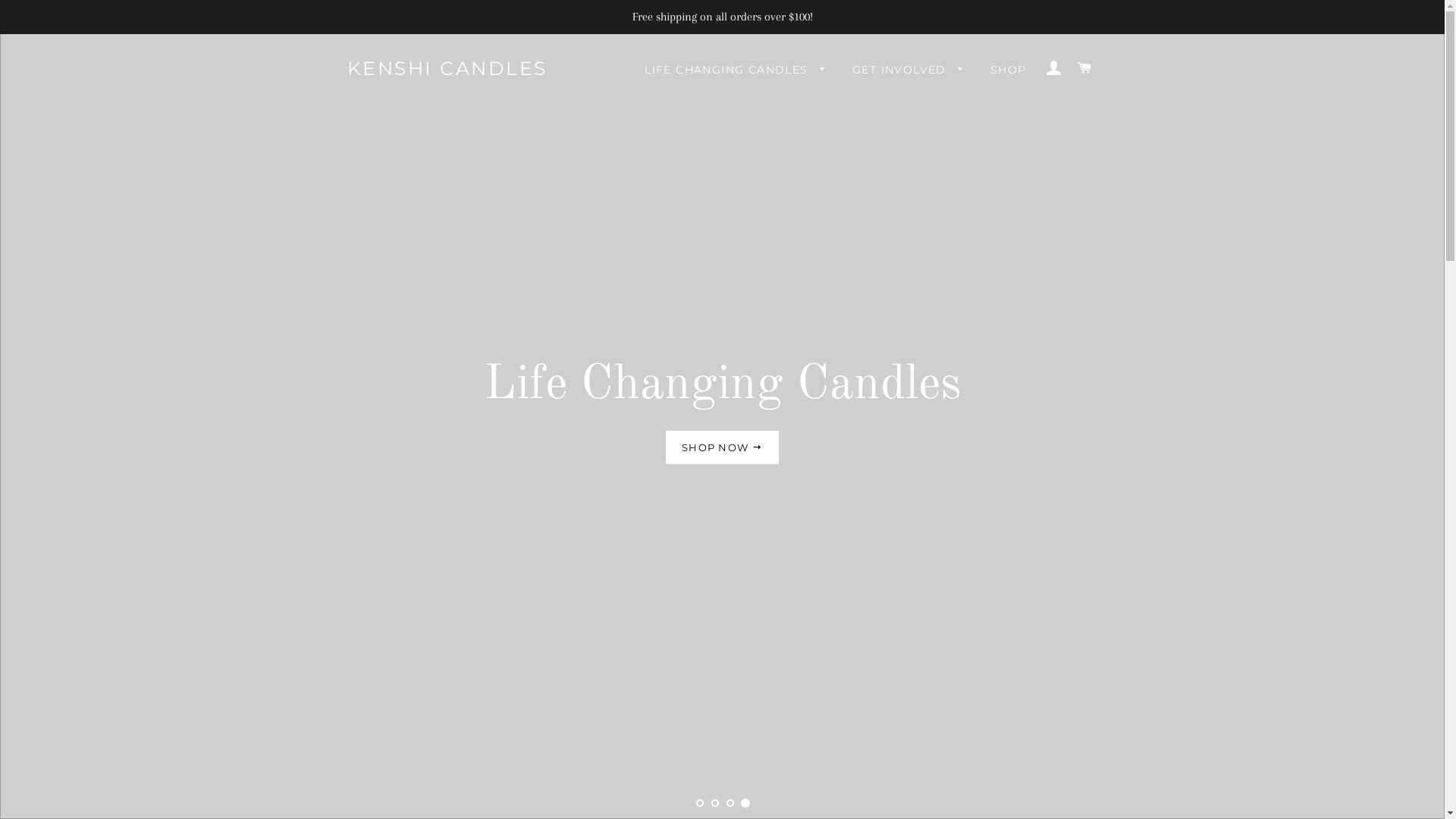 The width and height of the screenshot is (1456, 819). Describe the element at coordinates (698, 801) in the screenshot. I see `'1'` at that location.